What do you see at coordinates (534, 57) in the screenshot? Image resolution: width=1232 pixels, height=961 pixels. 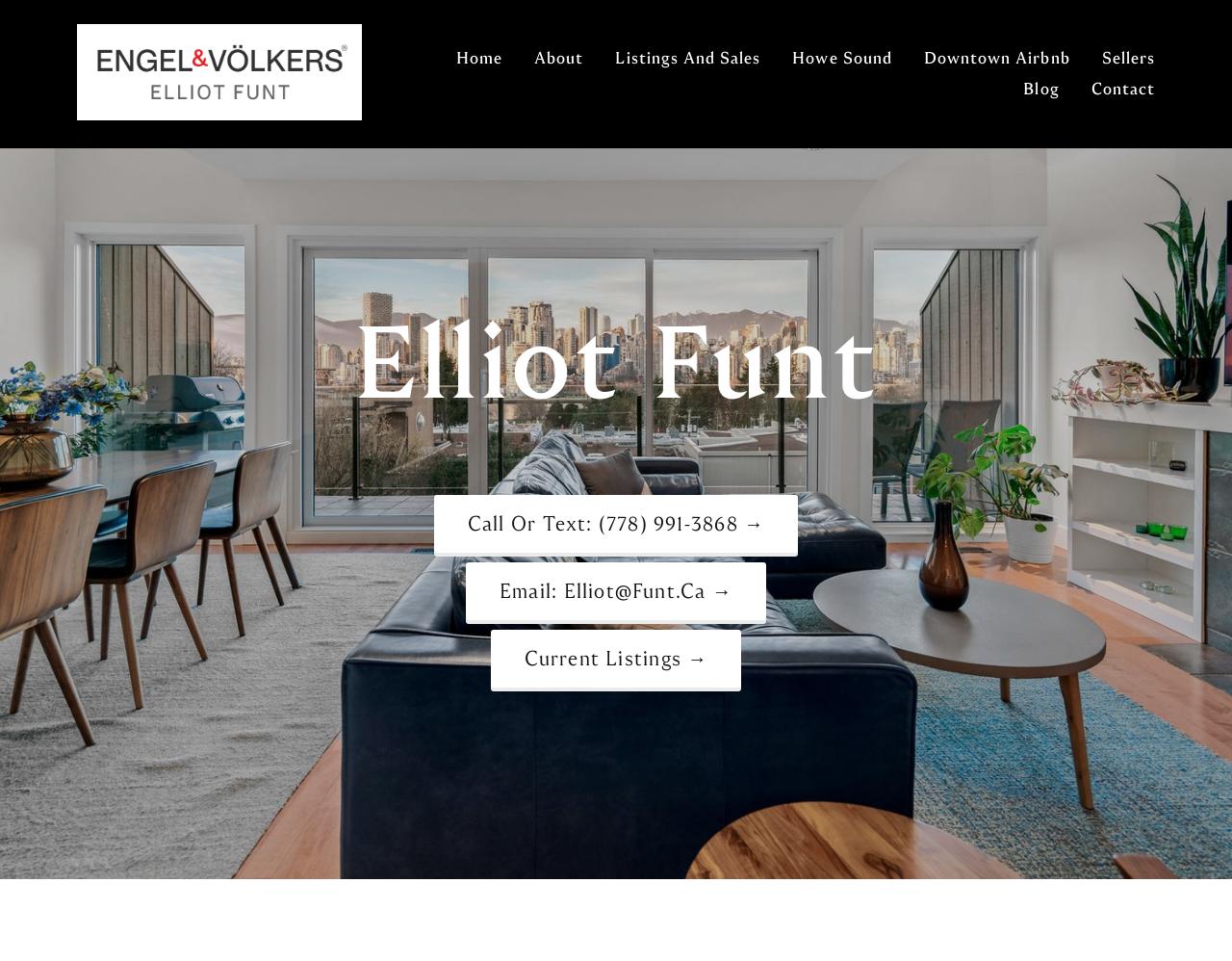 I see `'About'` at bounding box center [534, 57].